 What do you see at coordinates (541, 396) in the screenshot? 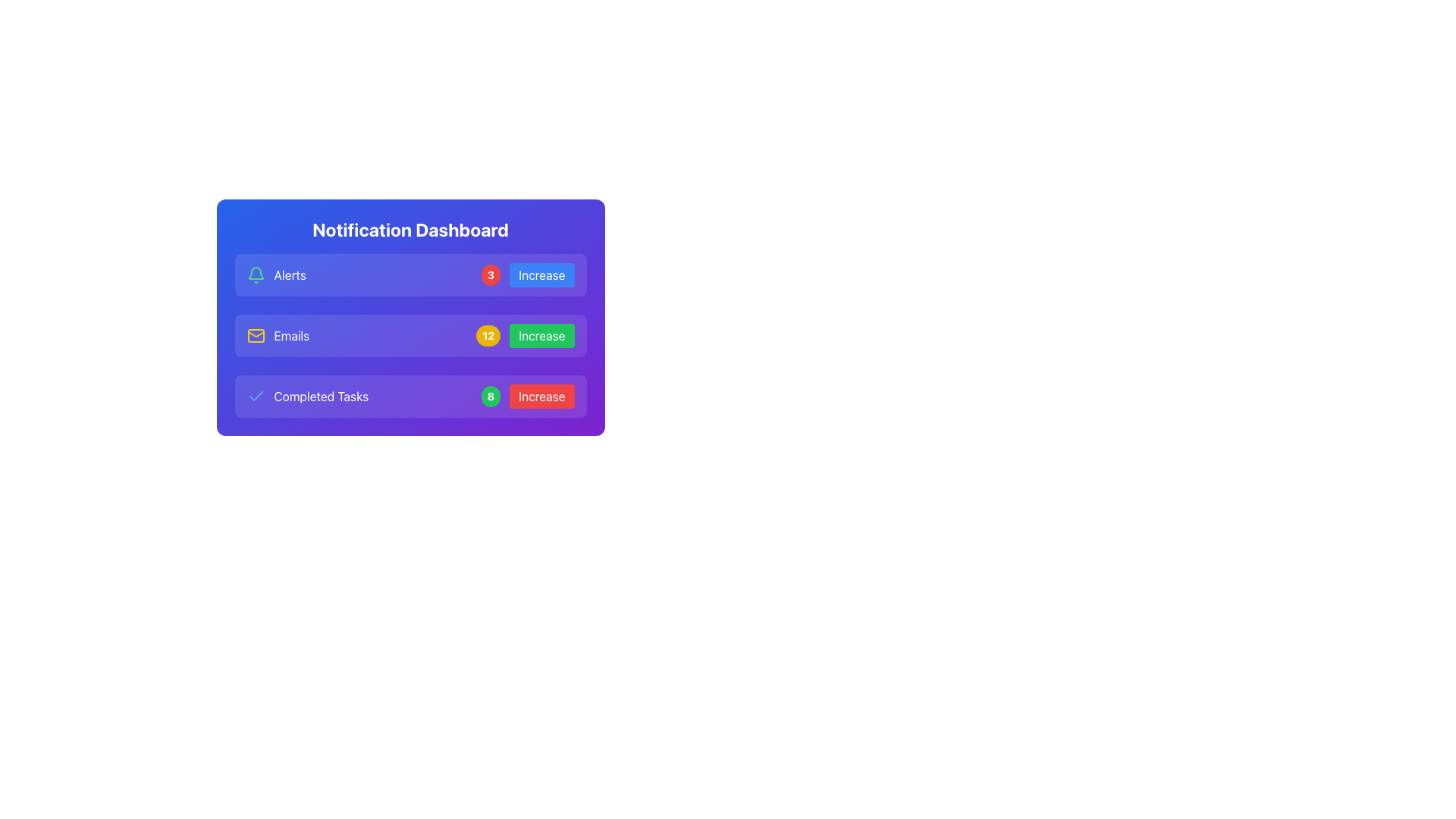
I see `the button located in the bottom section of the 'Completed Tasks' panel in the 'Notification Dashboard' to change its color` at bounding box center [541, 396].